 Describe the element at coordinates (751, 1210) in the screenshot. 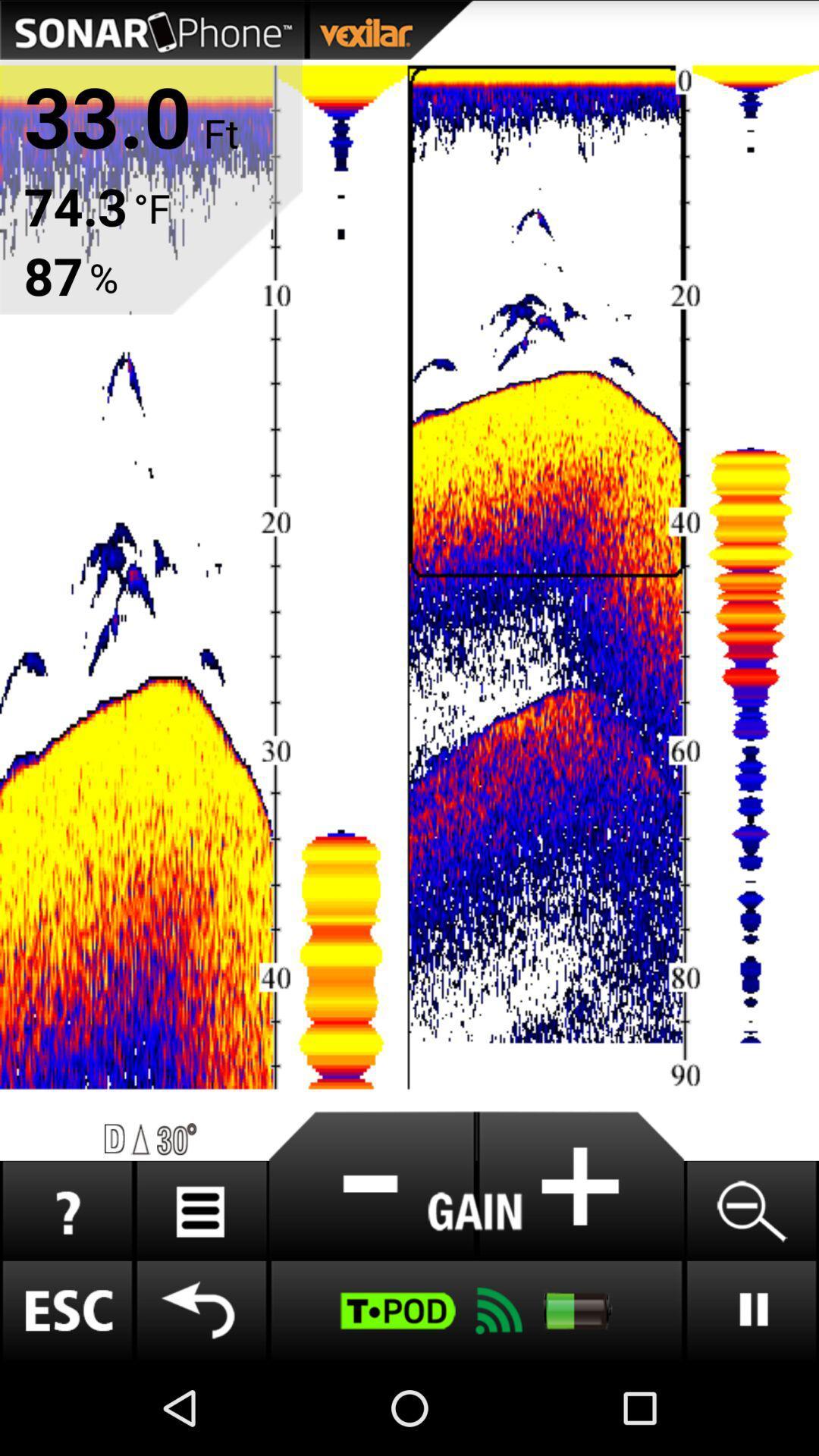

I see `zoom out` at that location.